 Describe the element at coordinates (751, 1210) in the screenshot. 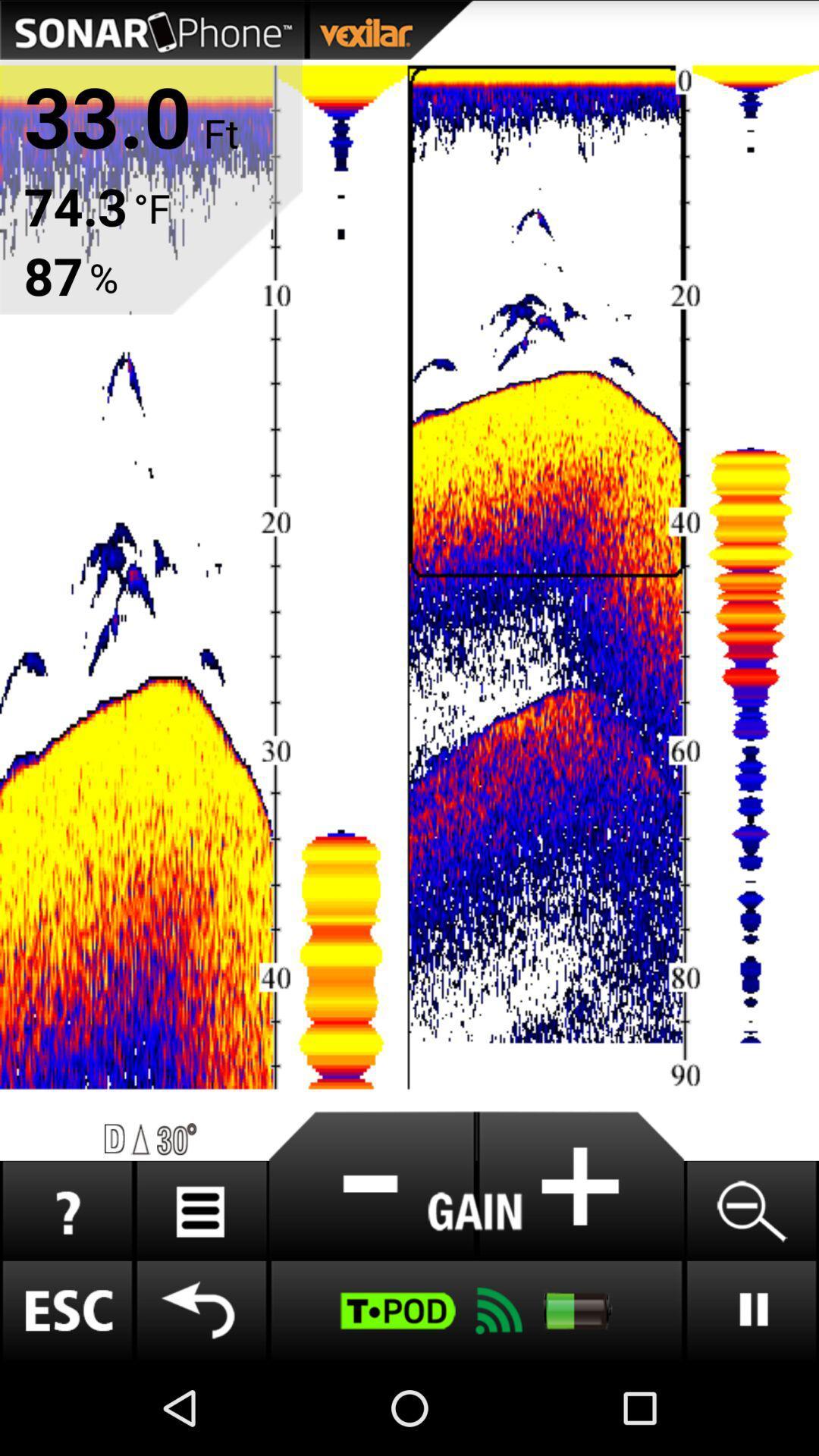

I see `zoom out` at that location.